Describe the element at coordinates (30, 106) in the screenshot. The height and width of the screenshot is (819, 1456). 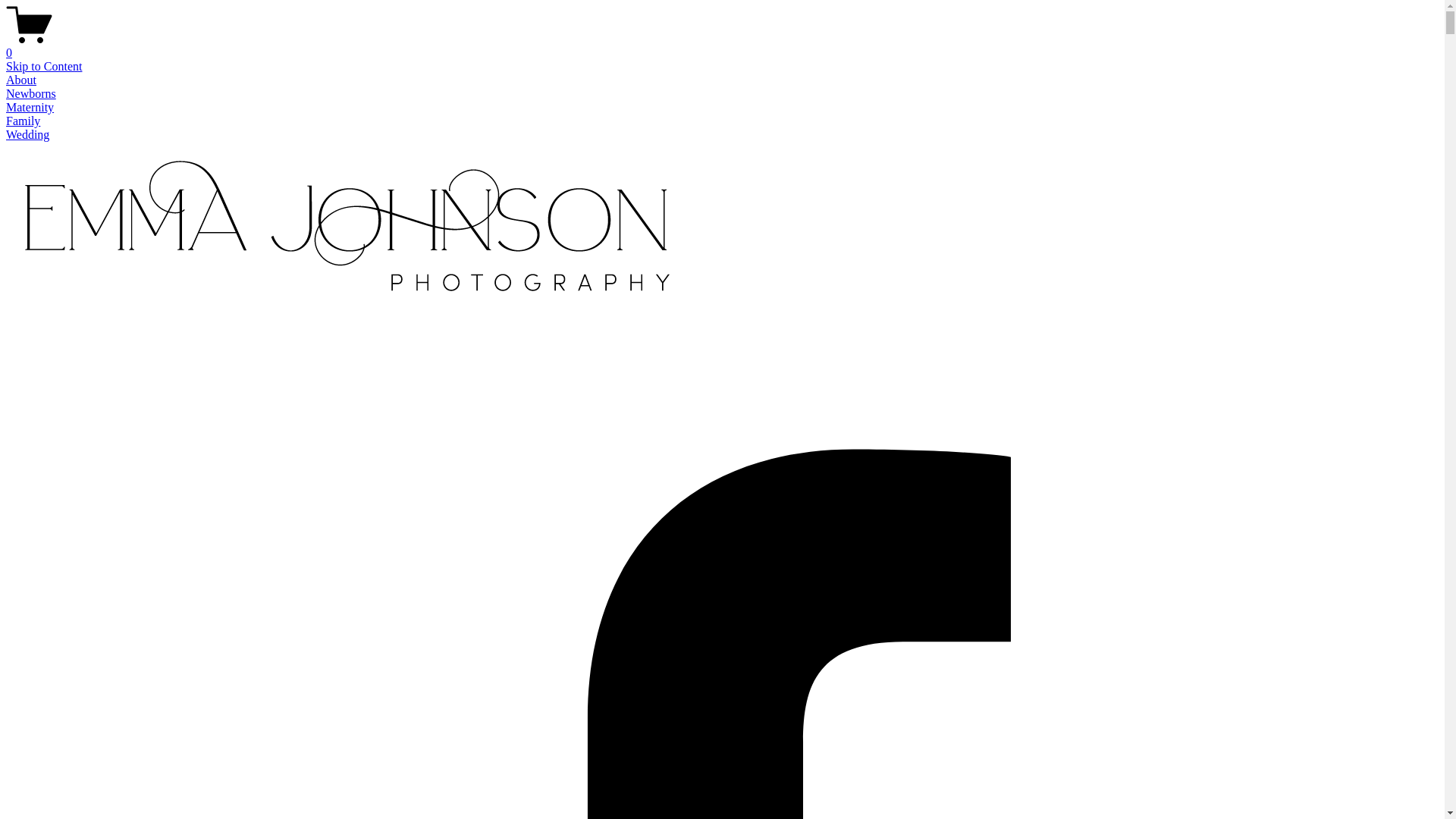
I see `'Maternity'` at that location.